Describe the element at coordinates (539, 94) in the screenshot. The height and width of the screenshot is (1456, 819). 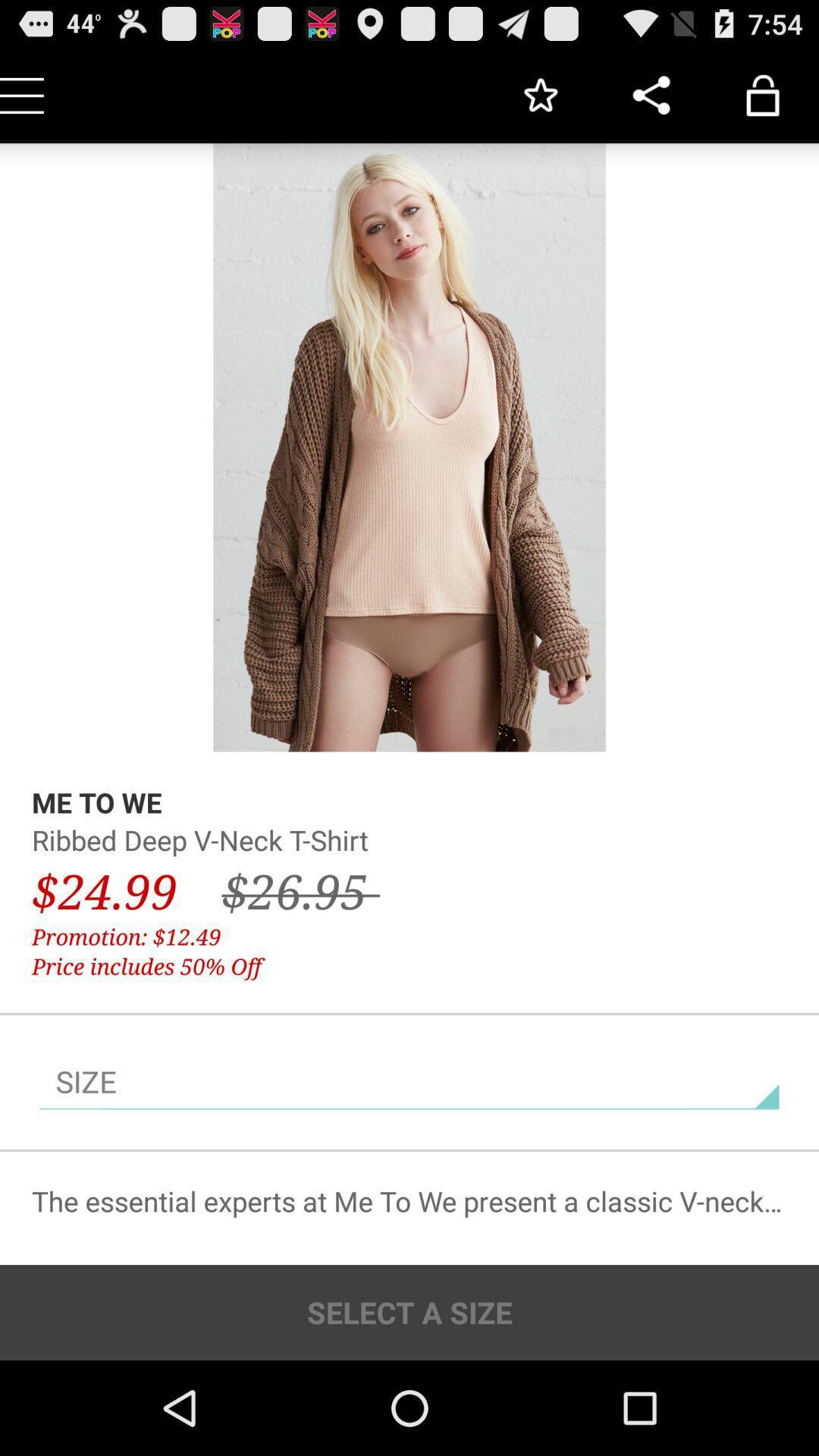
I see `the start symbol` at that location.